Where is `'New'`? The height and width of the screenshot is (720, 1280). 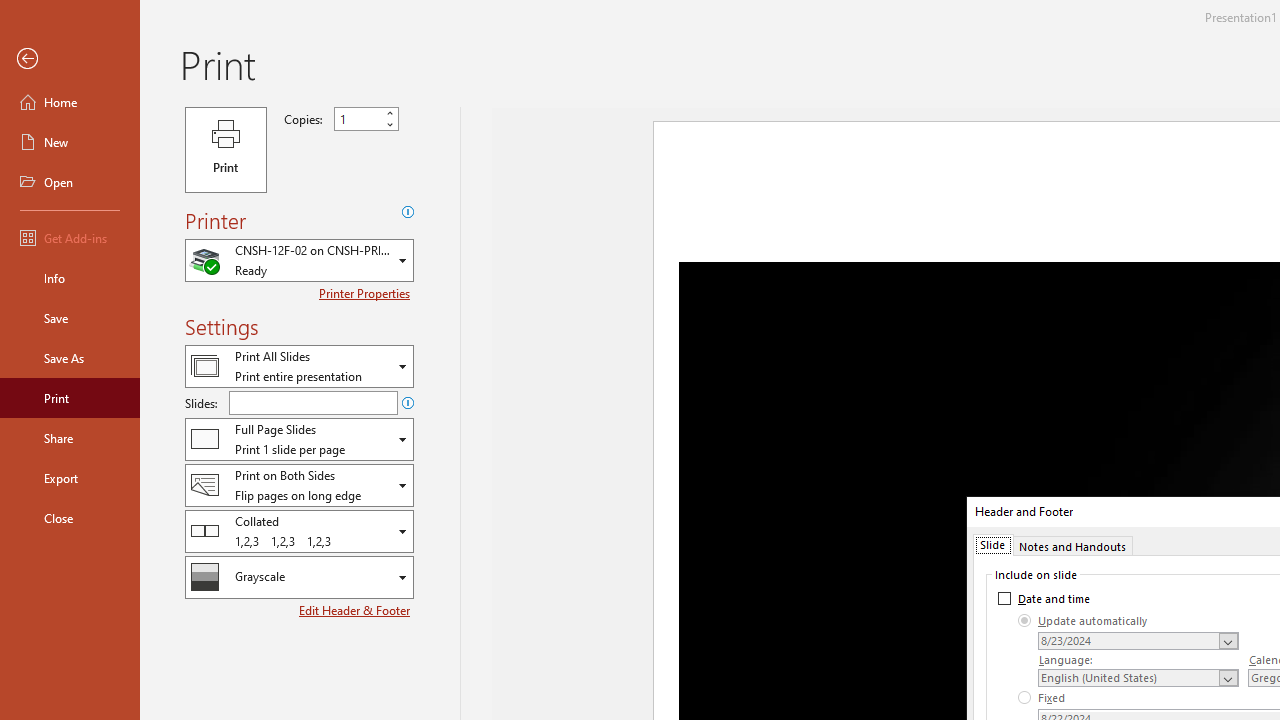 'New' is located at coordinates (69, 140).